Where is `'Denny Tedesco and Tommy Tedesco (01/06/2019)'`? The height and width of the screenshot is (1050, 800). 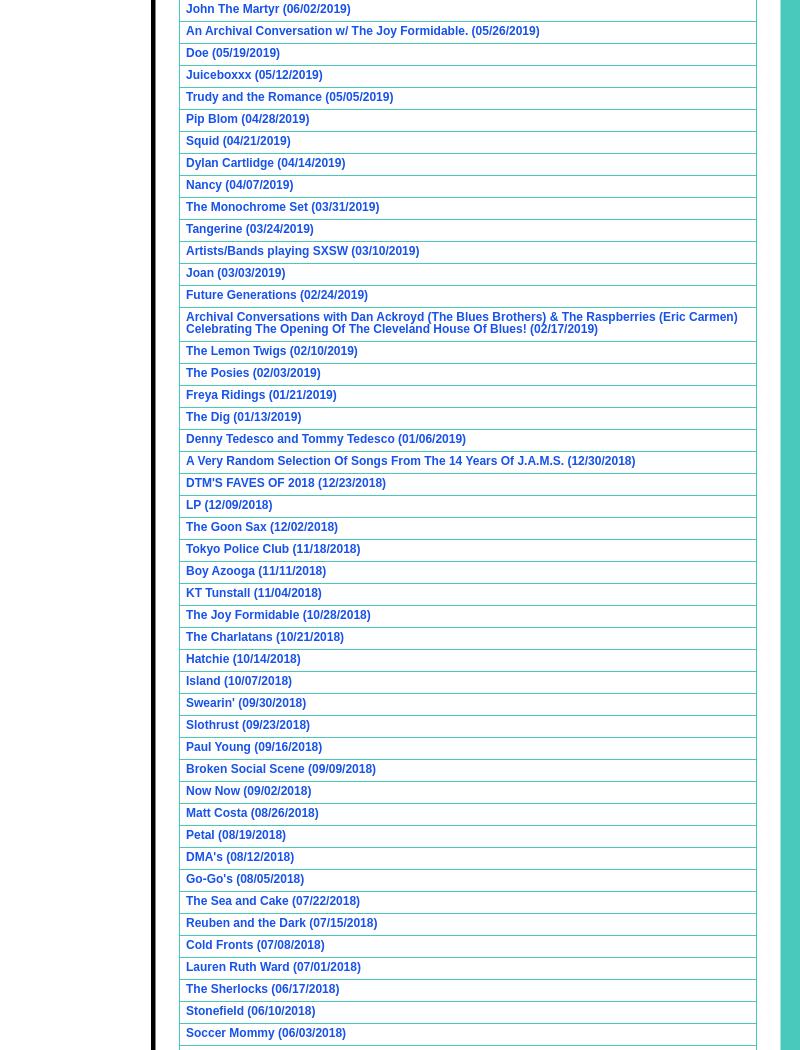 'Denny Tedesco and Tommy Tedesco (01/06/2019)' is located at coordinates (325, 438).